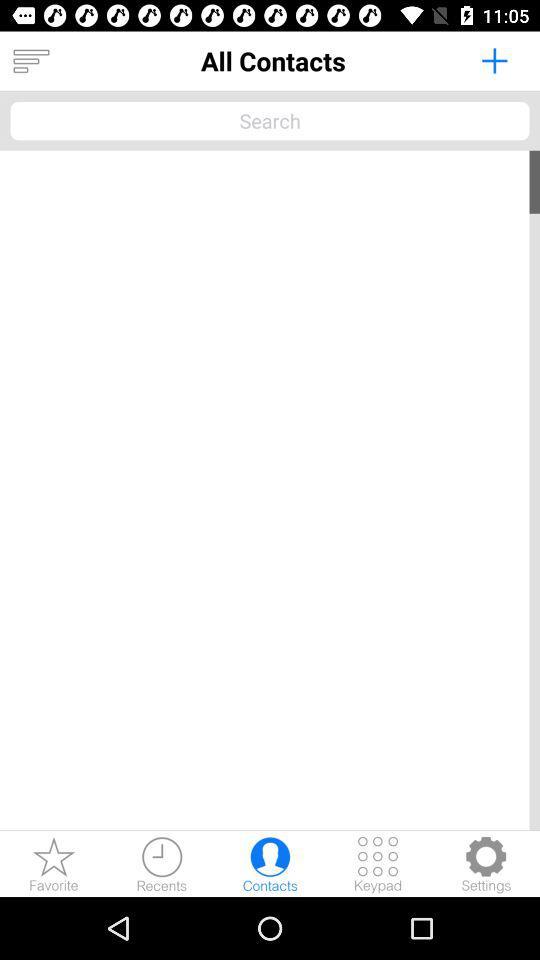  I want to click on item at the top left corner, so click(30, 61).